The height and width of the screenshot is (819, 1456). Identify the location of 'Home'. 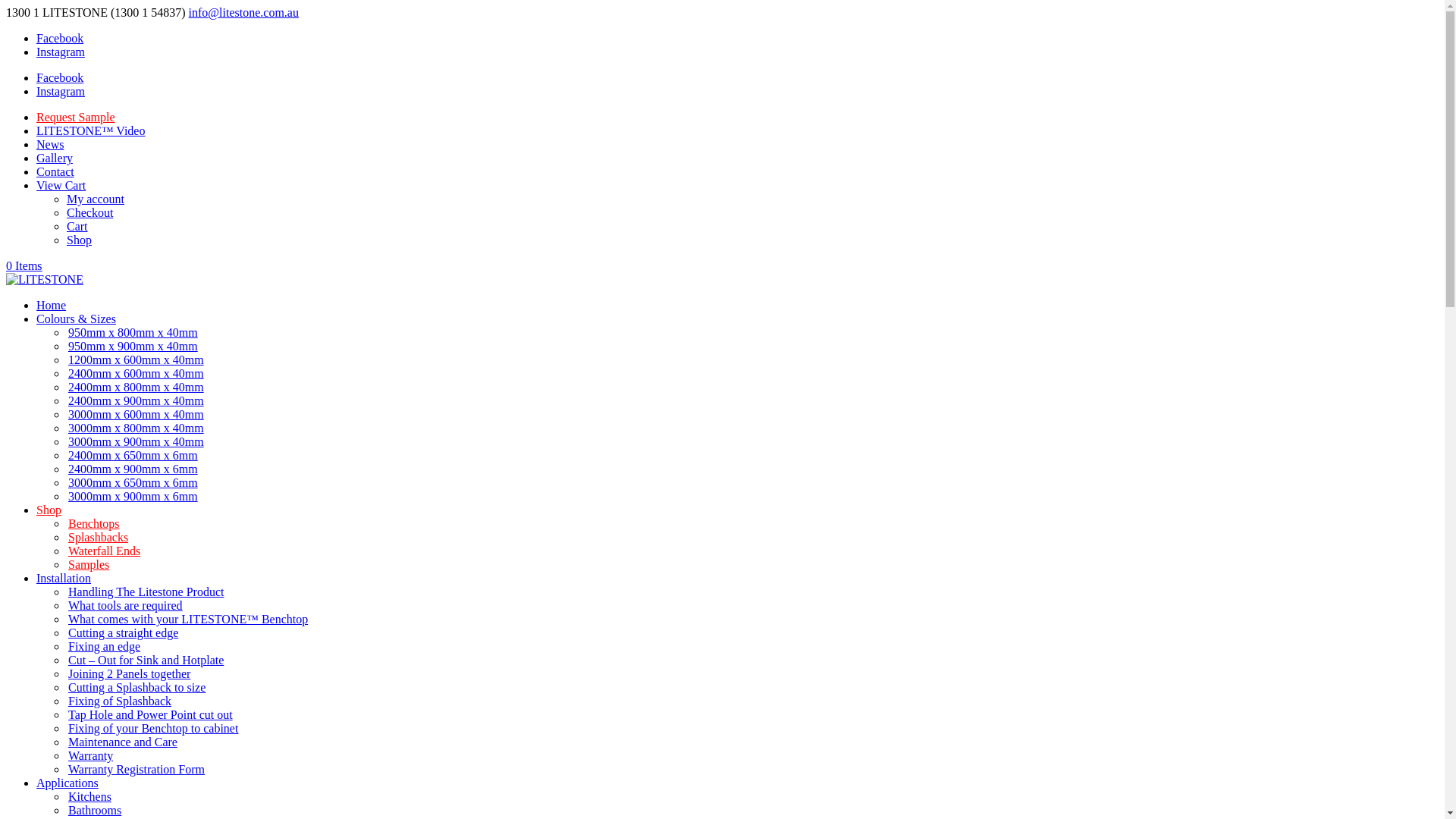
(51, 305).